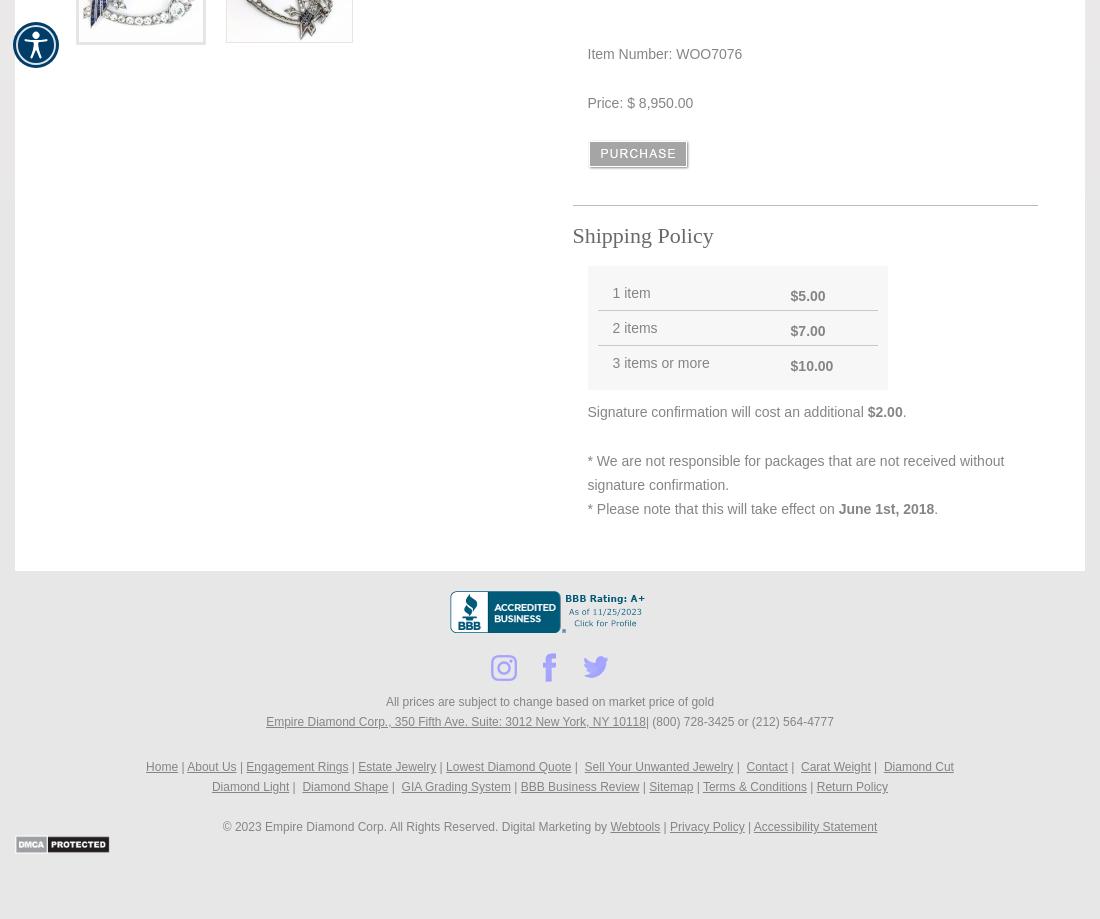  What do you see at coordinates (343, 787) in the screenshot?
I see `'Diamond Shape'` at bounding box center [343, 787].